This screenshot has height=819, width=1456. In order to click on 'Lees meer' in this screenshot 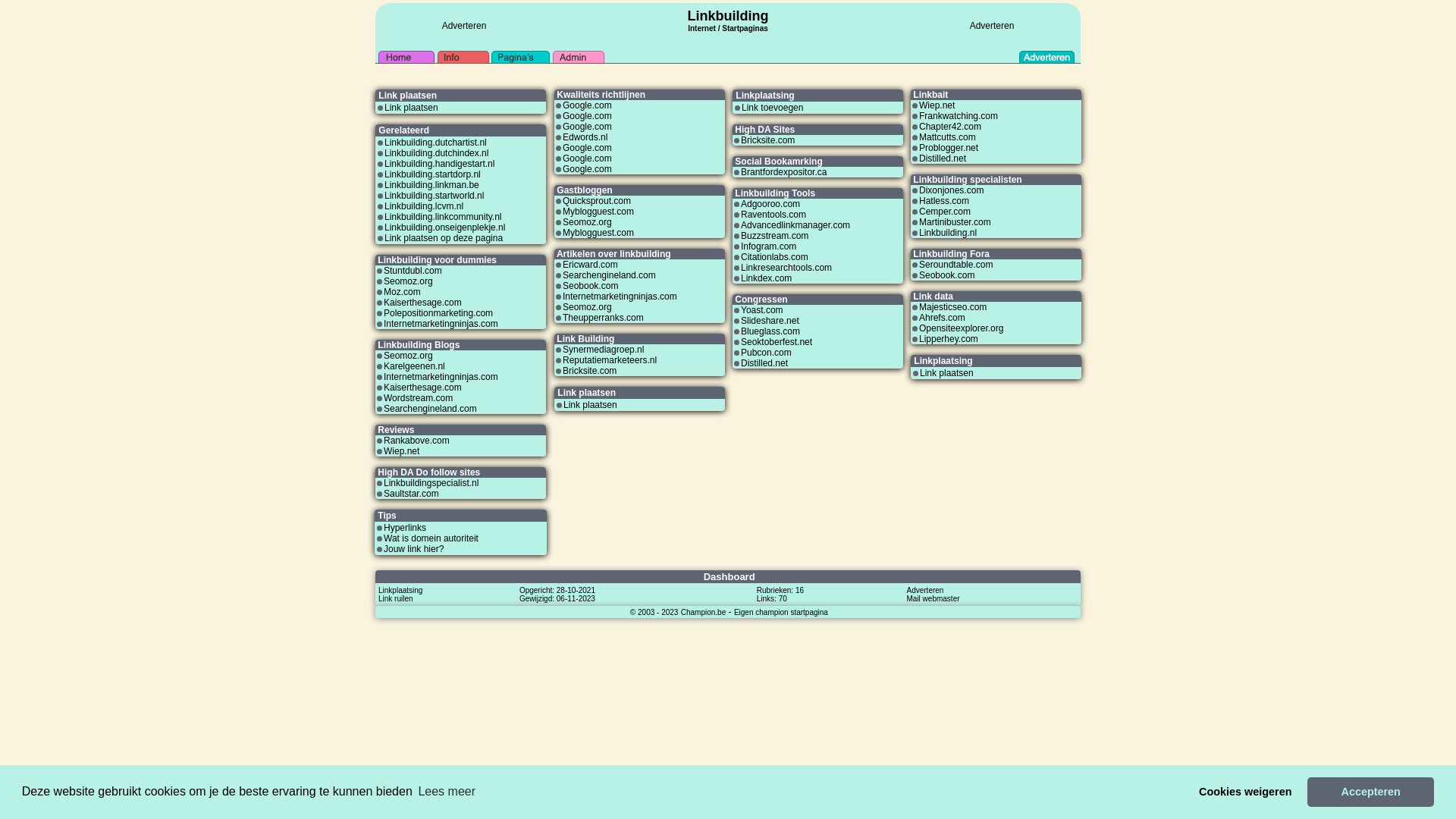, I will do `click(415, 791)`.